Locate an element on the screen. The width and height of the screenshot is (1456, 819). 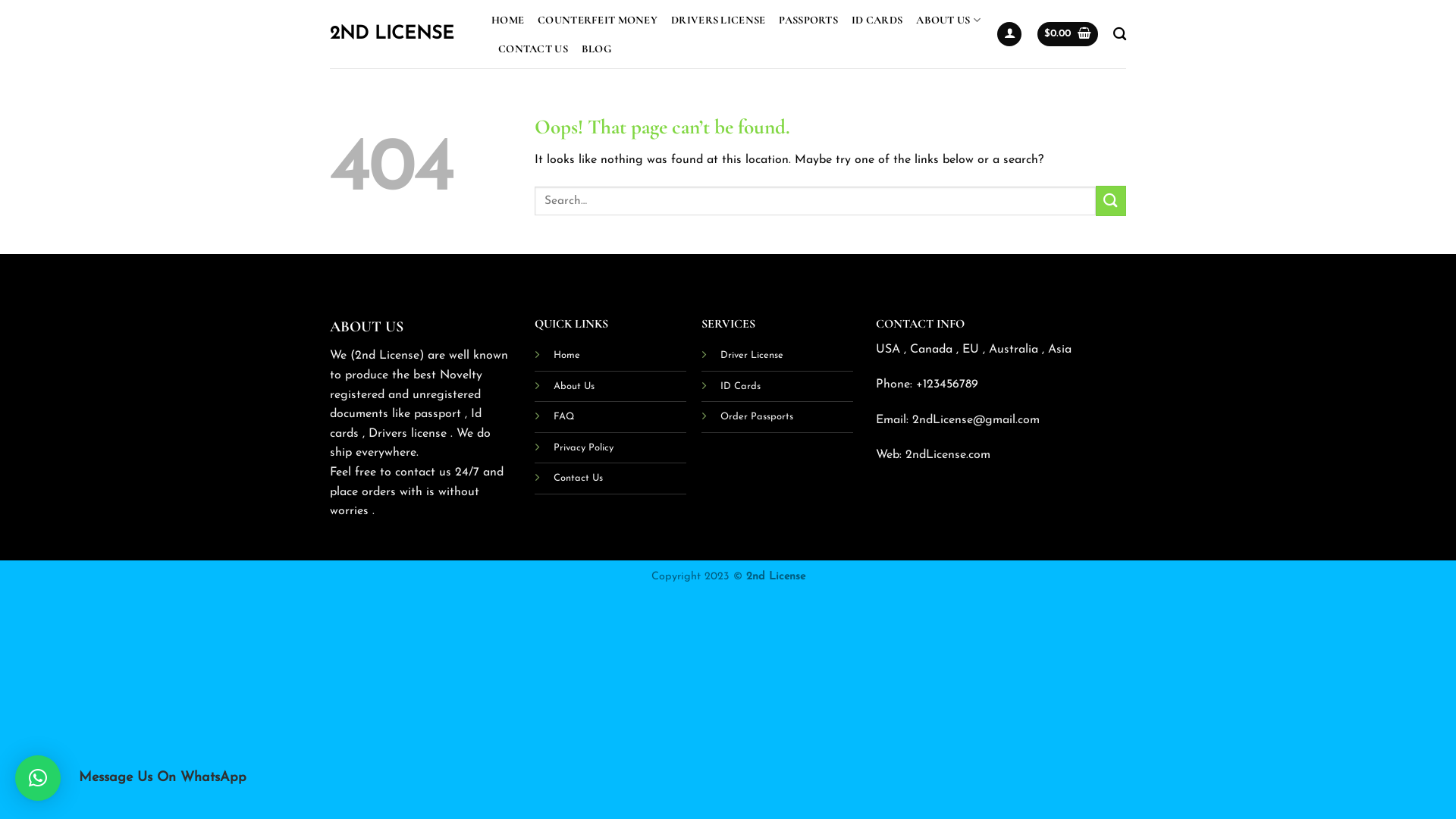
'Contact Us' is located at coordinates (577, 476).